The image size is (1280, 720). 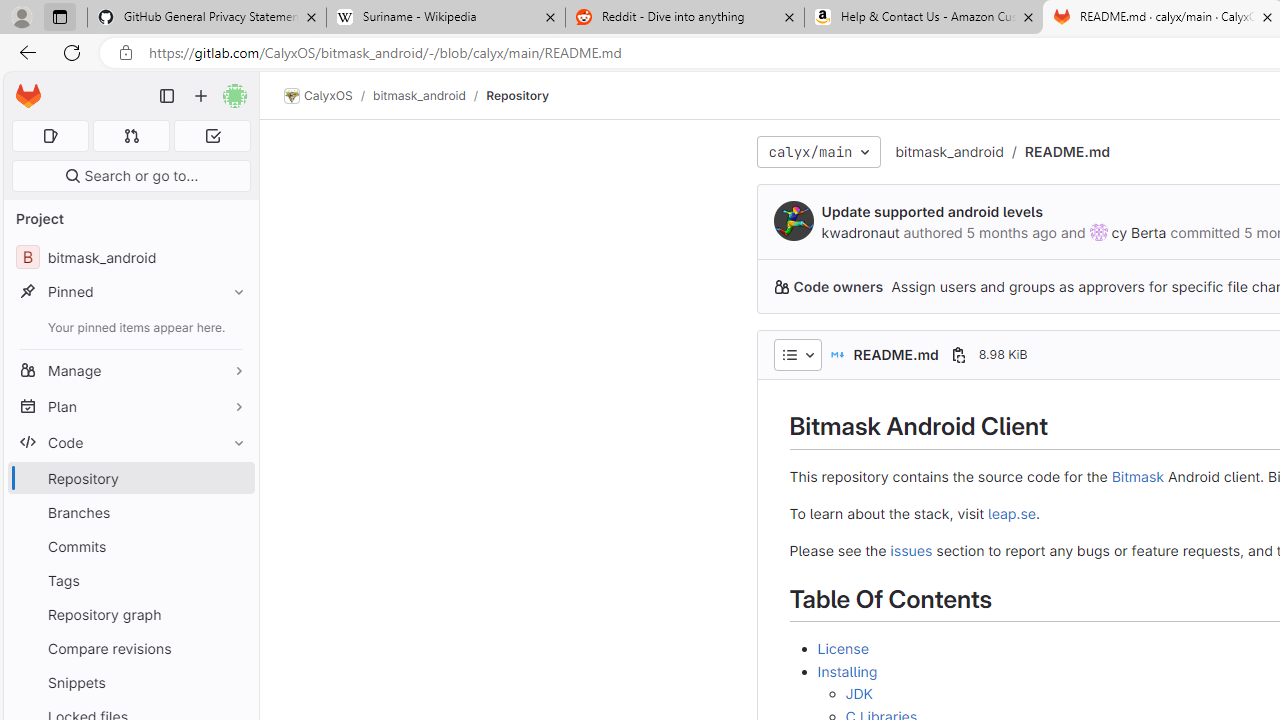 I want to click on 'Installing', so click(x=847, y=670).